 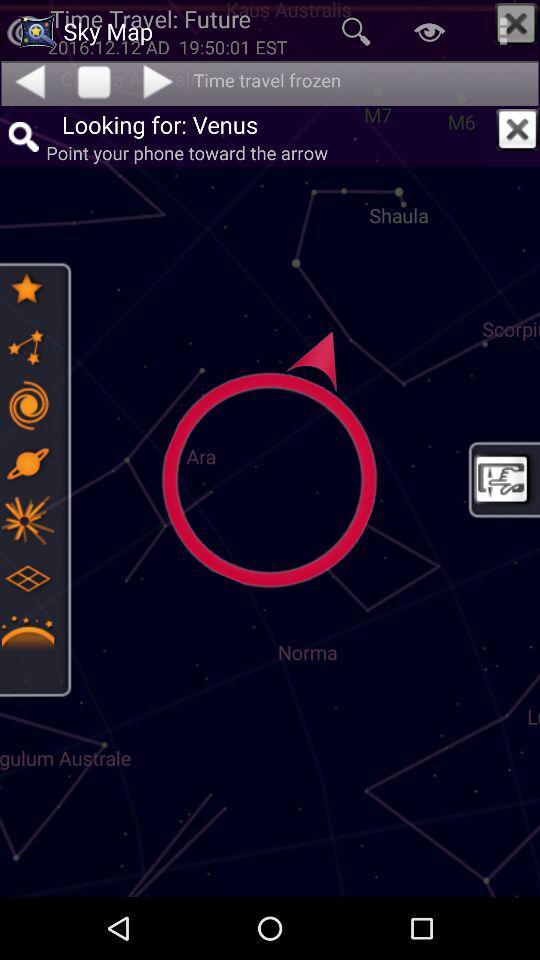 What do you see at coordinates (26, 288) in the screenshot?
I see `the star icon` at bounding box center [26, 288].